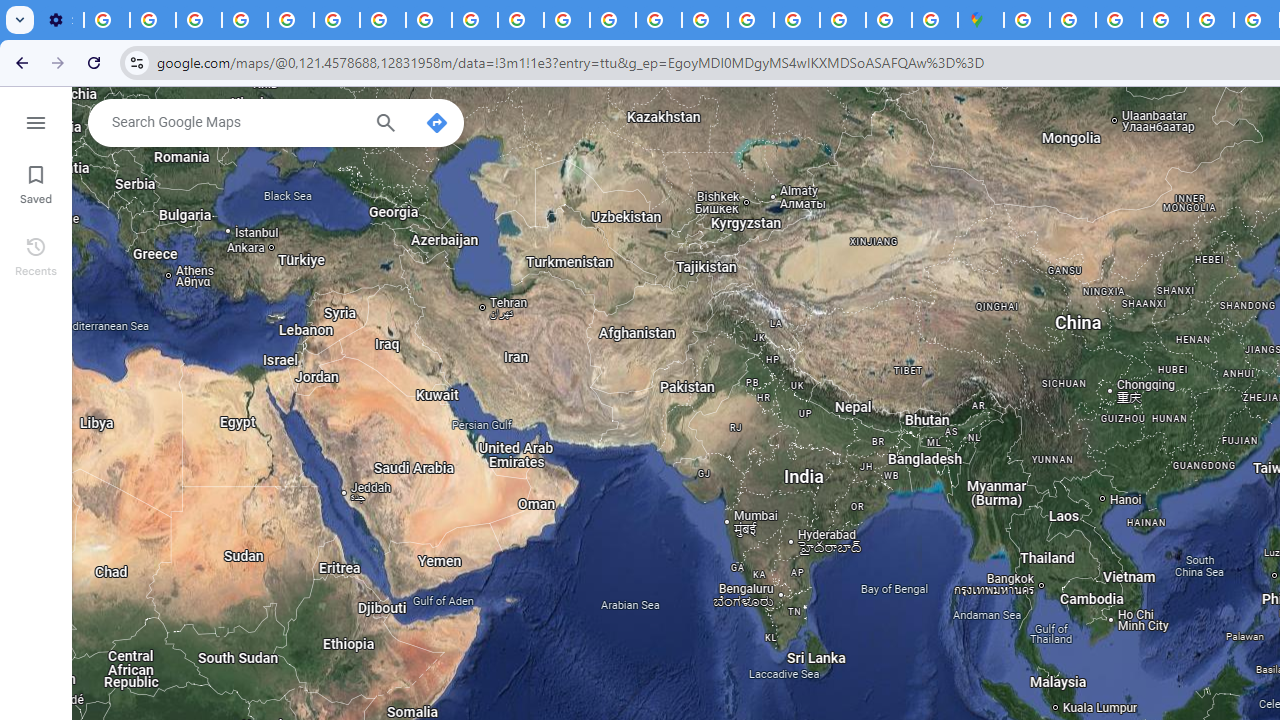 This screenshot has height=720, width=1280. What do you see at coordinates (385, 125) in the screenshot?
I see `'Search'` at bounding box center [385, 125].